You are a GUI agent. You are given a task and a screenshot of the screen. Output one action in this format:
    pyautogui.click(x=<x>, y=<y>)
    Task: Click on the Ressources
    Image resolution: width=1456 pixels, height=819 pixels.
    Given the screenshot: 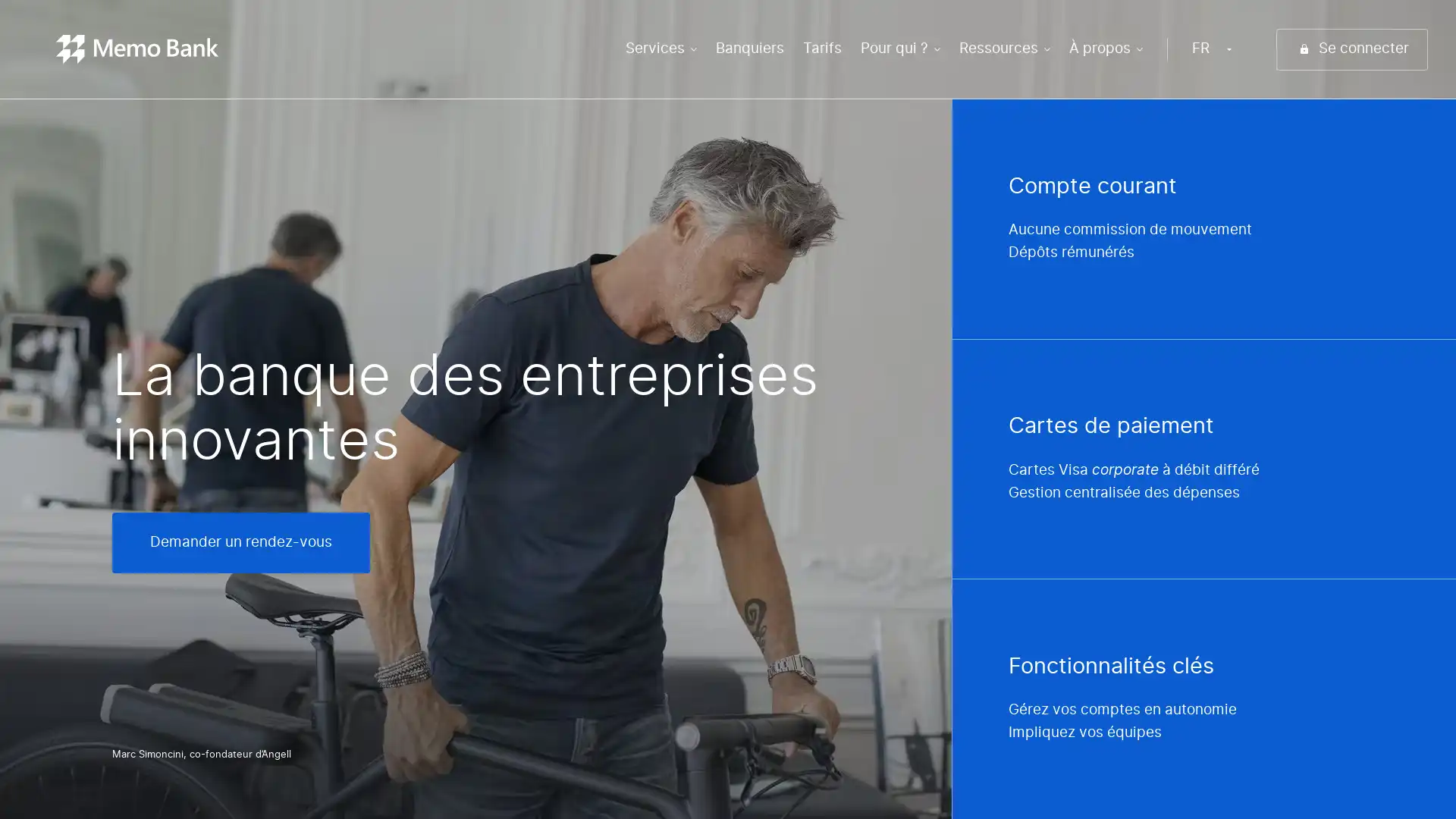 What is the action you would take?
    pyautogui.click(x=1004, y=49)
    